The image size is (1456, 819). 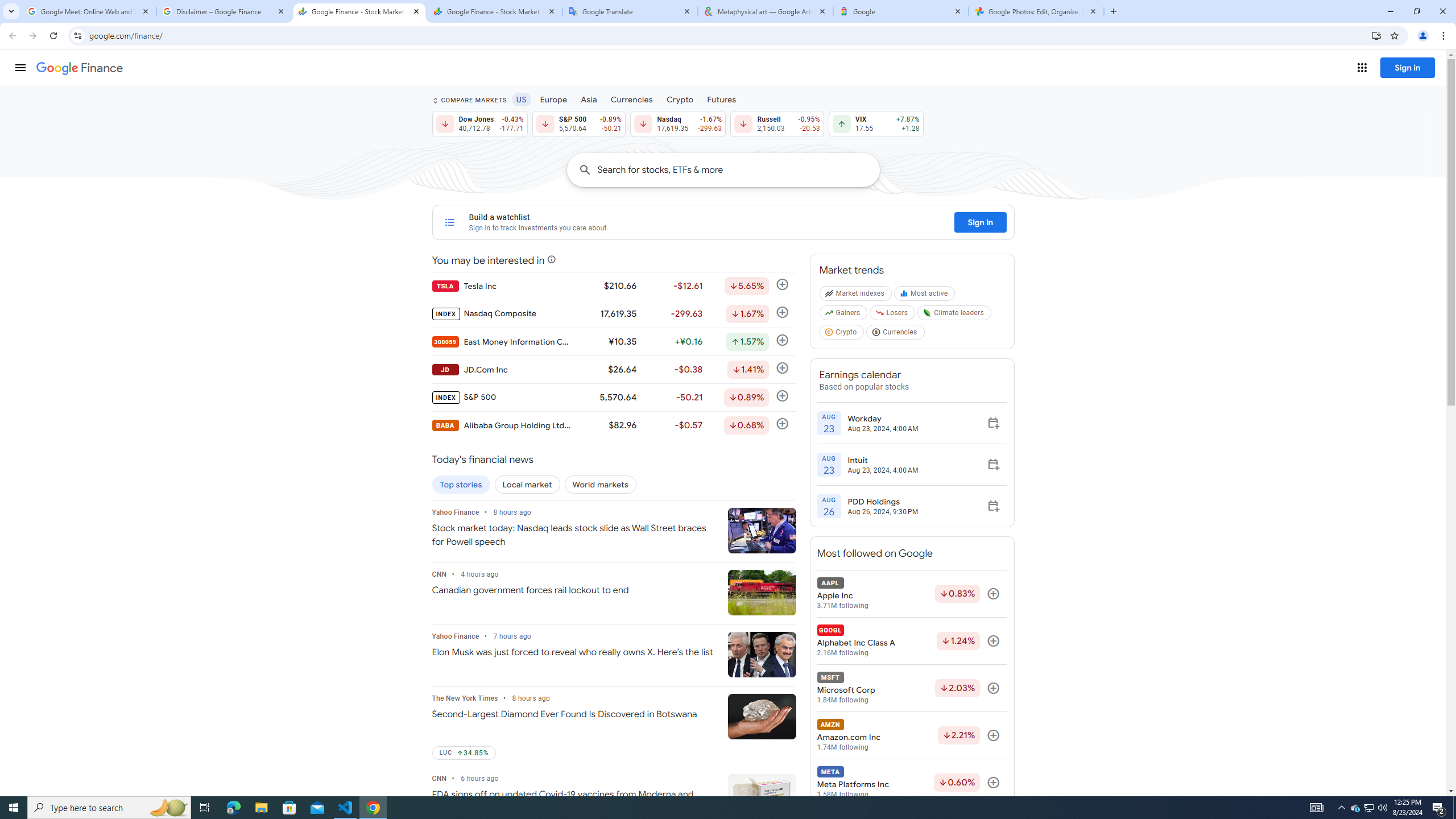 What do you see at coordinates (521, 98) in the screenshot?
I see `'US'` at bounding box center [521, 98].